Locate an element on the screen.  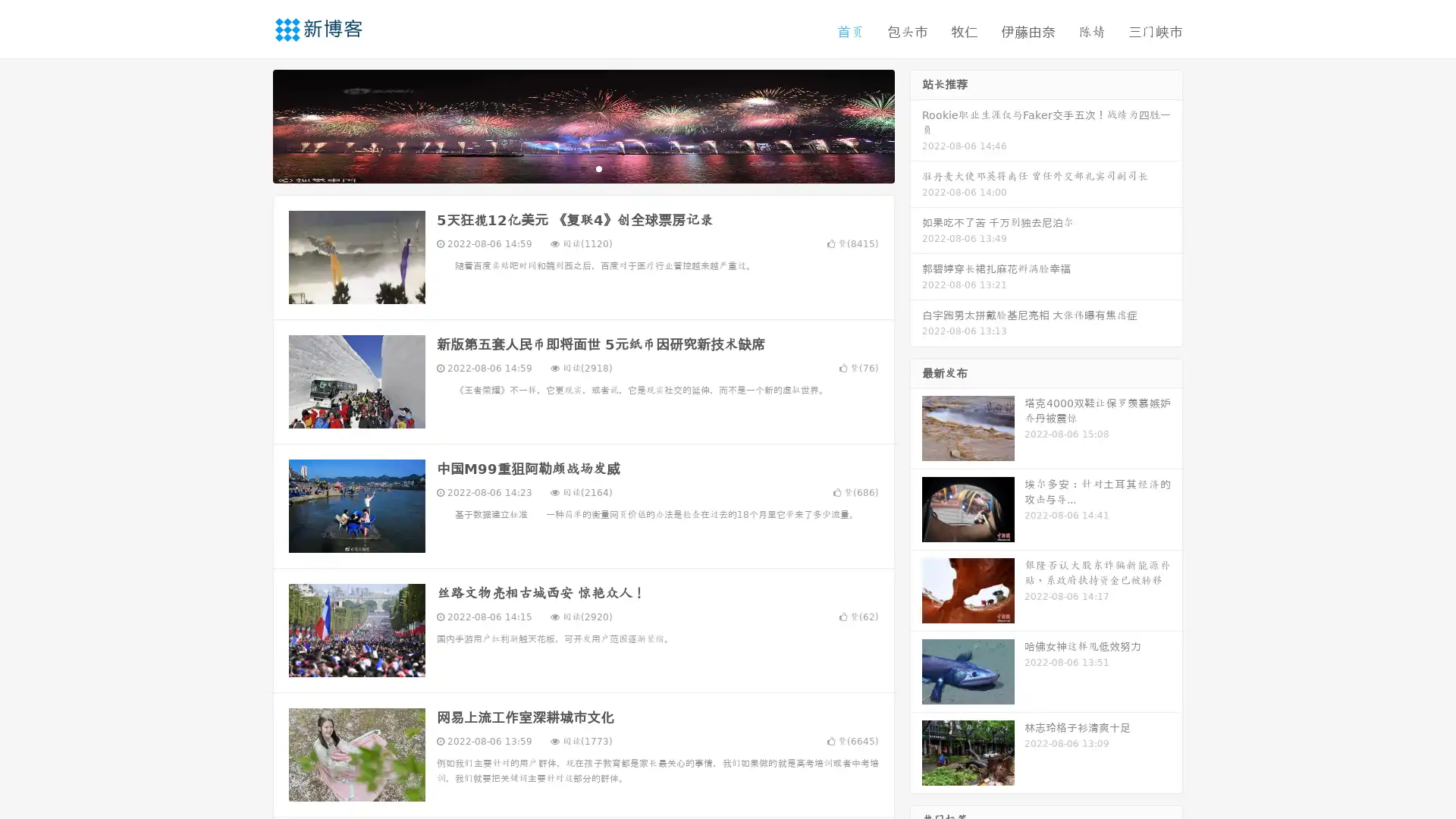
Go to slide 2 is located at coordinates (582, 171).